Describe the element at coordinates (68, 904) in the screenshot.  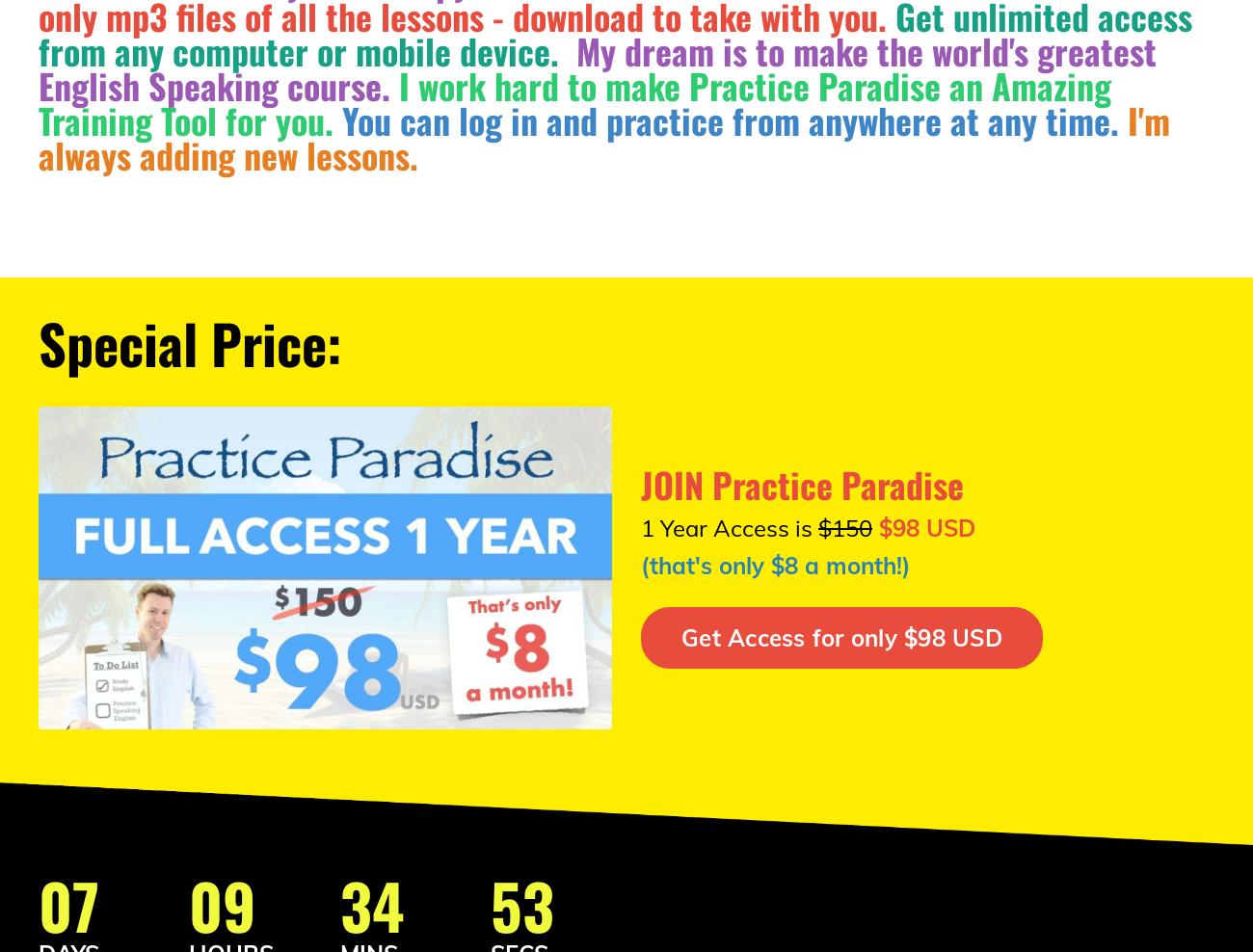
I see `'07'` at that location.